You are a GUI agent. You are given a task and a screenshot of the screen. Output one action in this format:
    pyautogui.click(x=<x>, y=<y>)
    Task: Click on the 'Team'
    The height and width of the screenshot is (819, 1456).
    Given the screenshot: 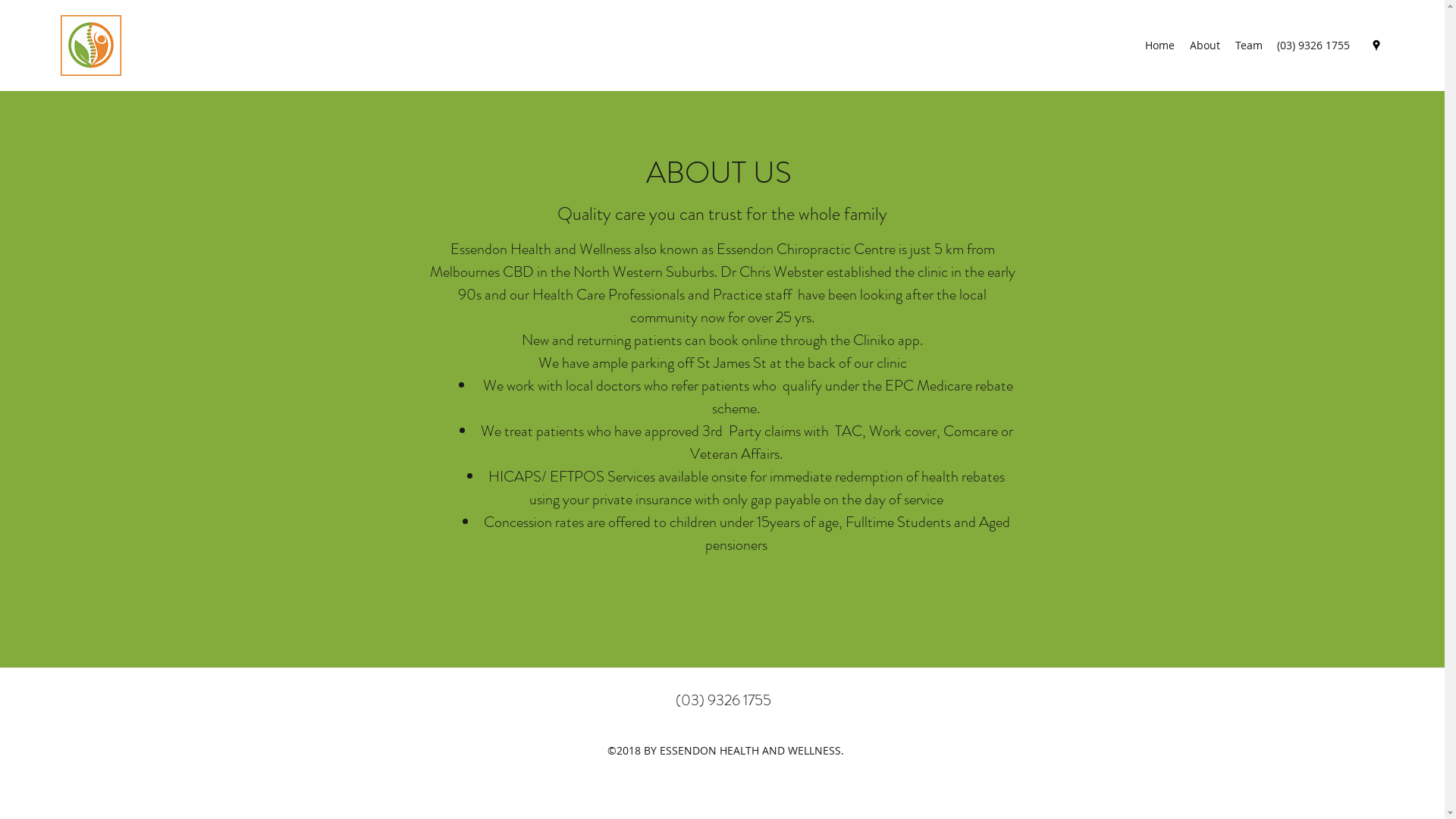 What is the action you would take?
    pyautogui.click(x=1248, y=45)
    